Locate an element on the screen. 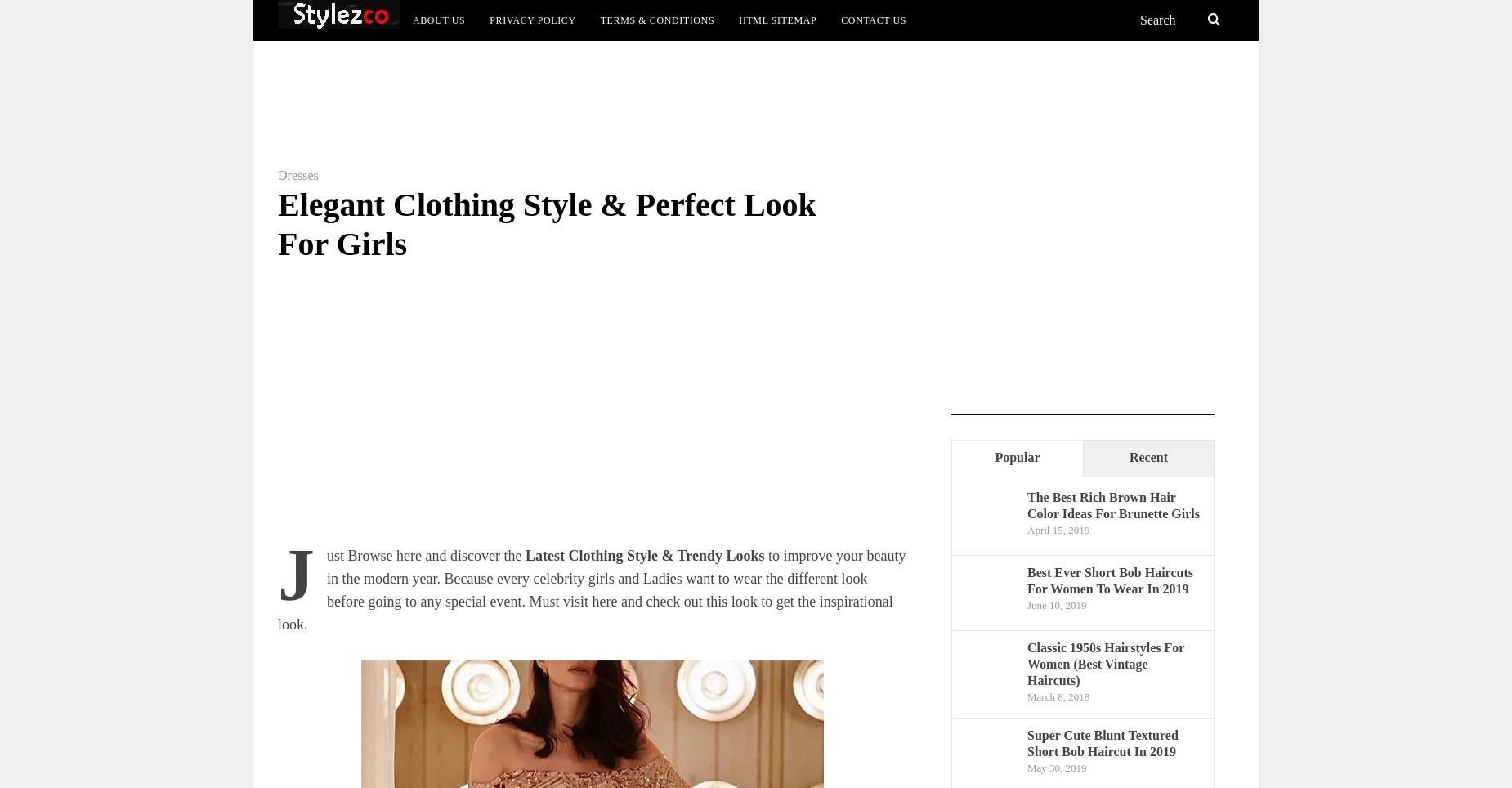  'Long Hairstyles' is located at coordinates (384, 65).